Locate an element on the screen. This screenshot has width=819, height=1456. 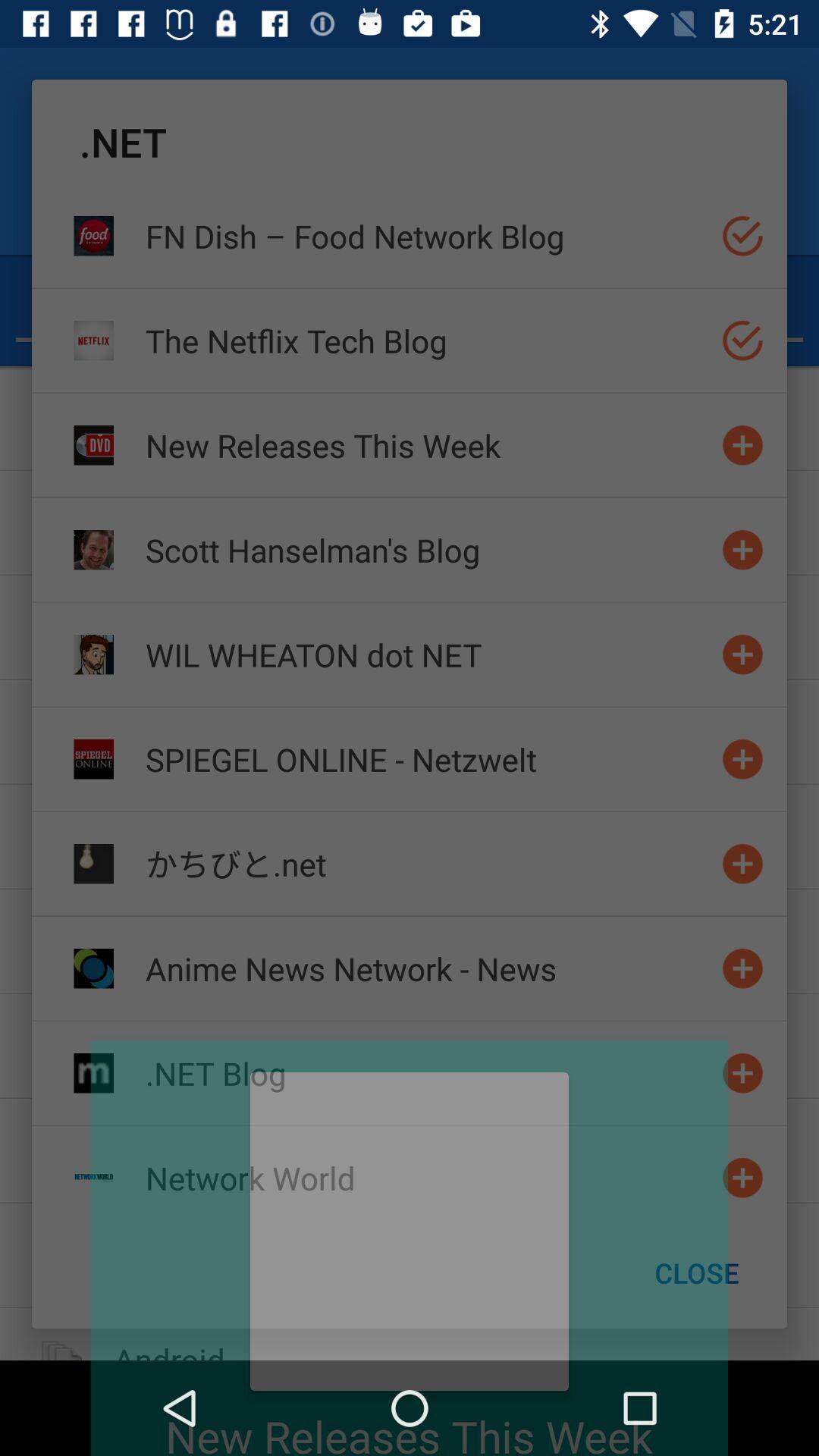
to the list is located at coordinates (742, 654).